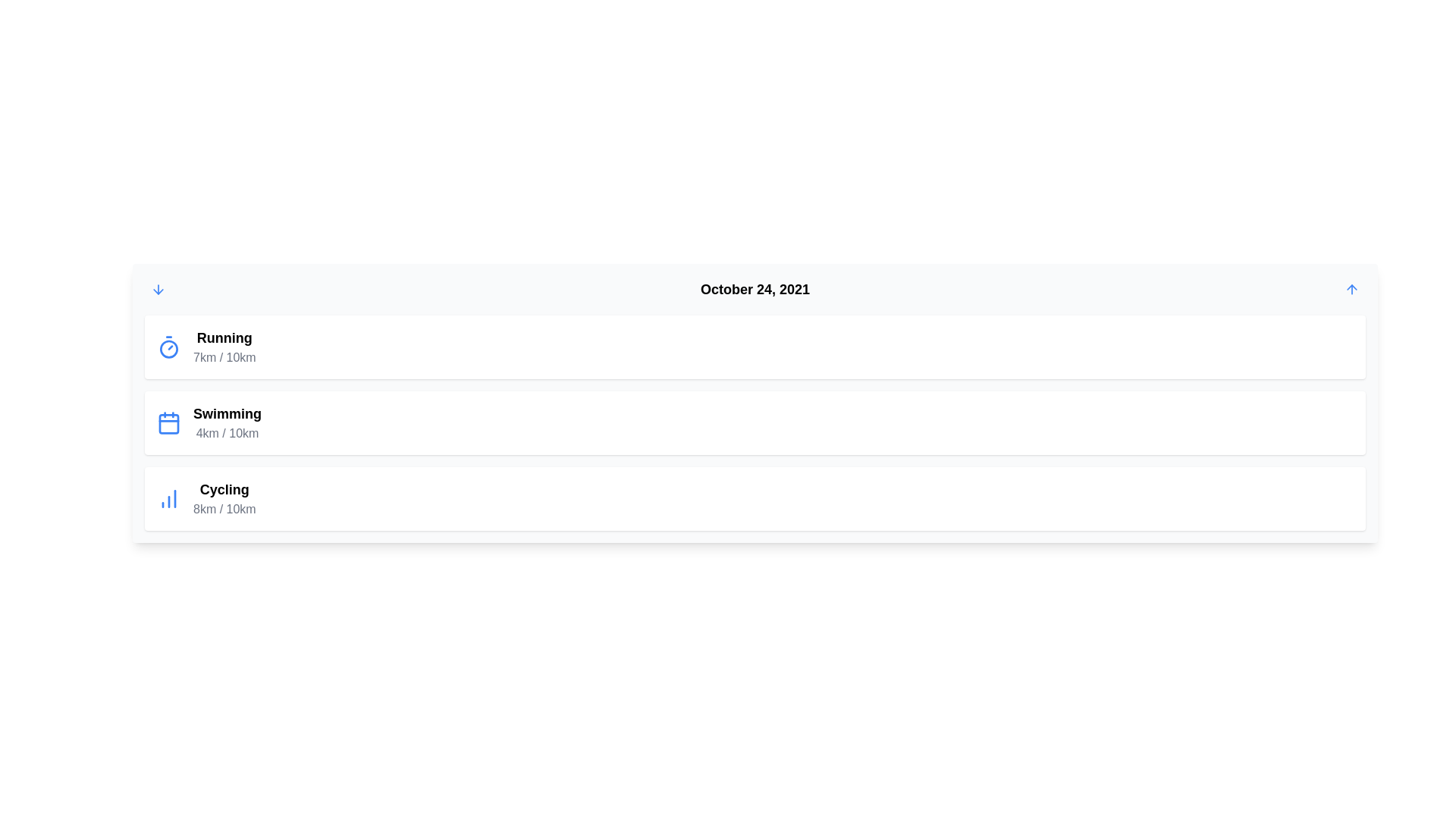 Image resolution: width=1456 pixels, height=819 pixels. Describe the element at coordinates (224, 347) in the screenshot. I see `text displayed in the informational display which shows 'Running' and '7km / 10km' located at the first entry of the vertically stacked list` at that location.